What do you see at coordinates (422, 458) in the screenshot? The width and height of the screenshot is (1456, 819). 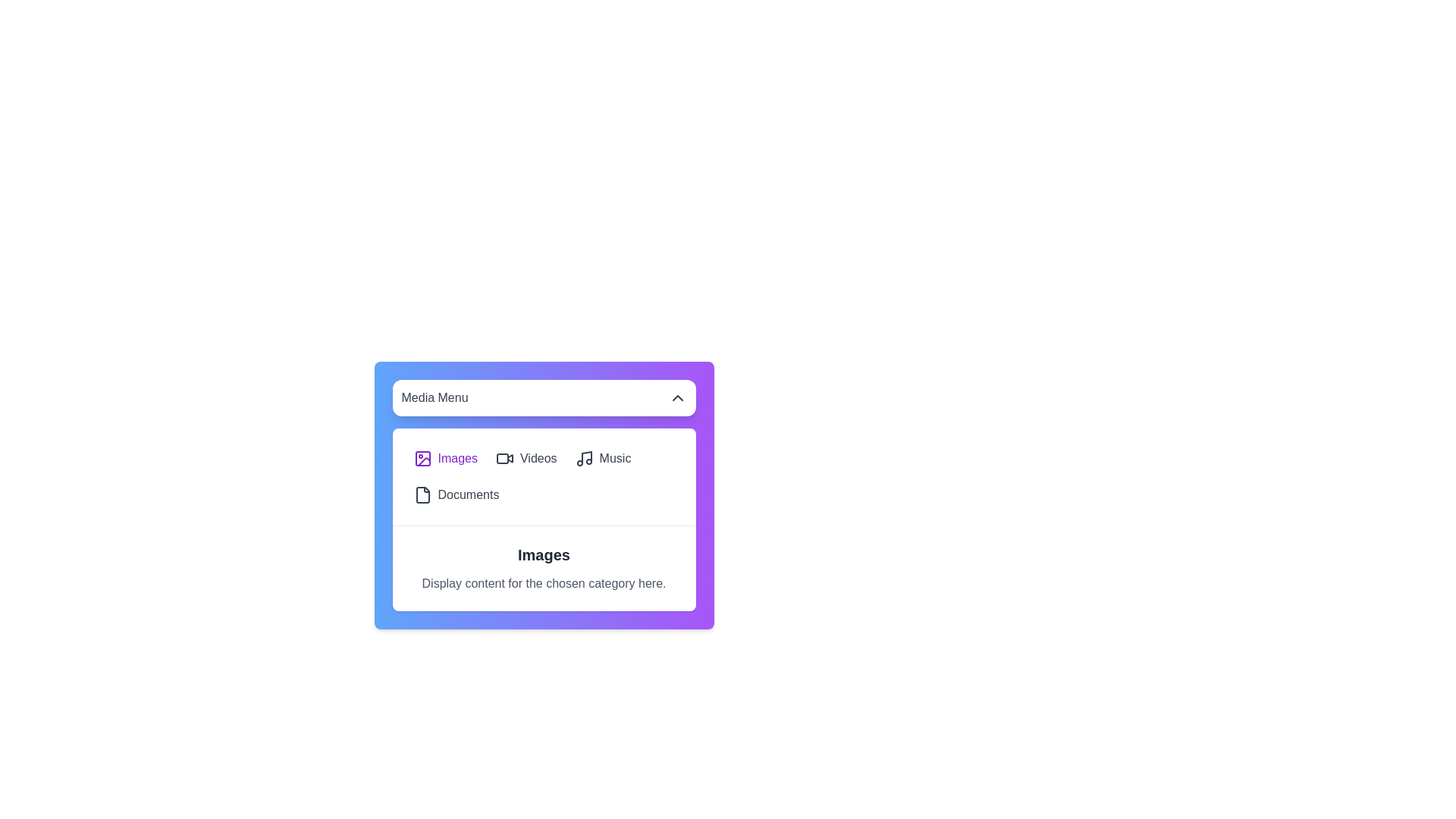 I see `the small rectangular shape with rounded corners located inside the icon to the left of the 'Images' text in the media menu` at bounding box center [422, 458].